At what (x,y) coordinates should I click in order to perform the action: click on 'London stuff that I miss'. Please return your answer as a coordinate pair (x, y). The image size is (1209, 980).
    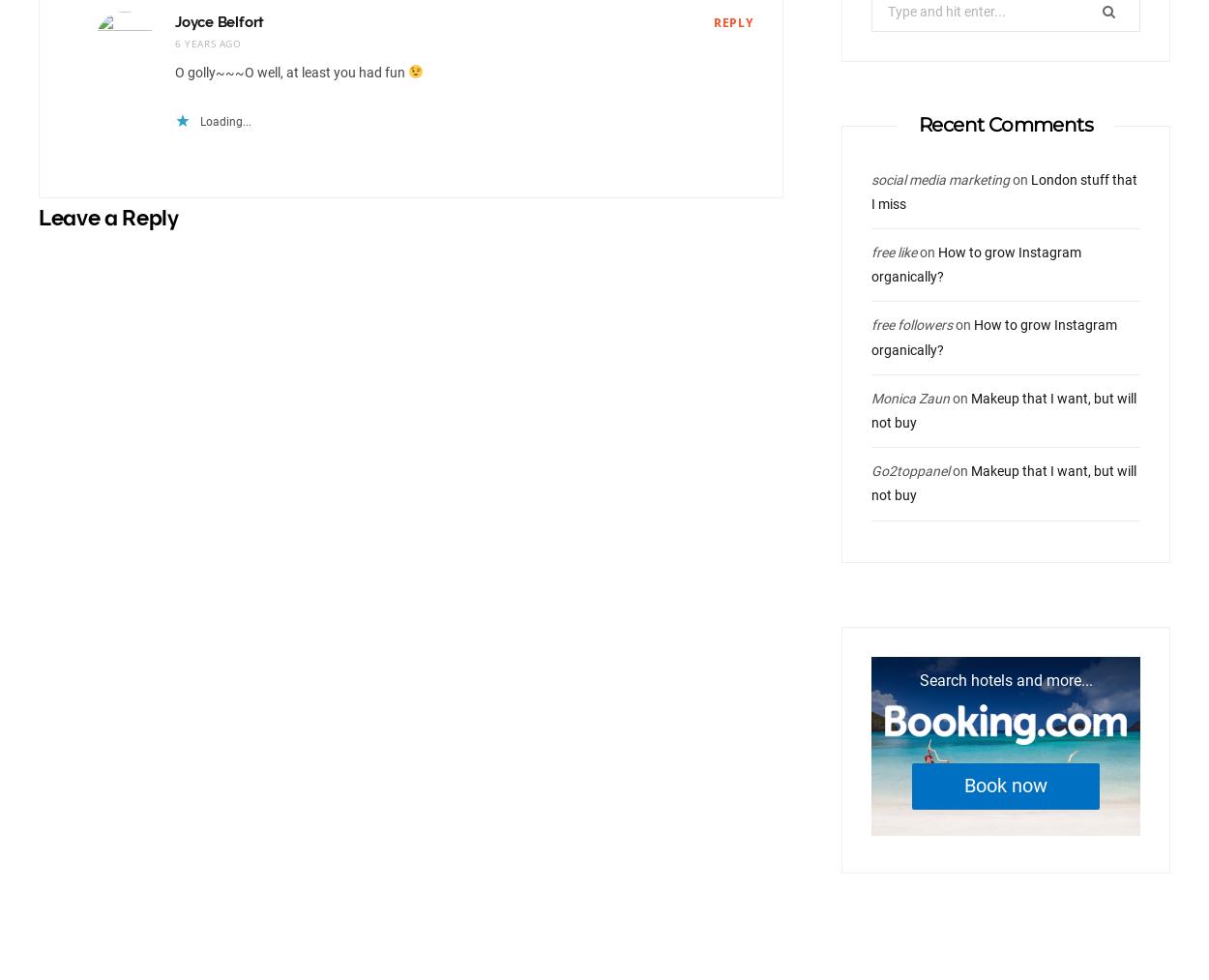
    Looking at the image, I should click on (1004, 191).